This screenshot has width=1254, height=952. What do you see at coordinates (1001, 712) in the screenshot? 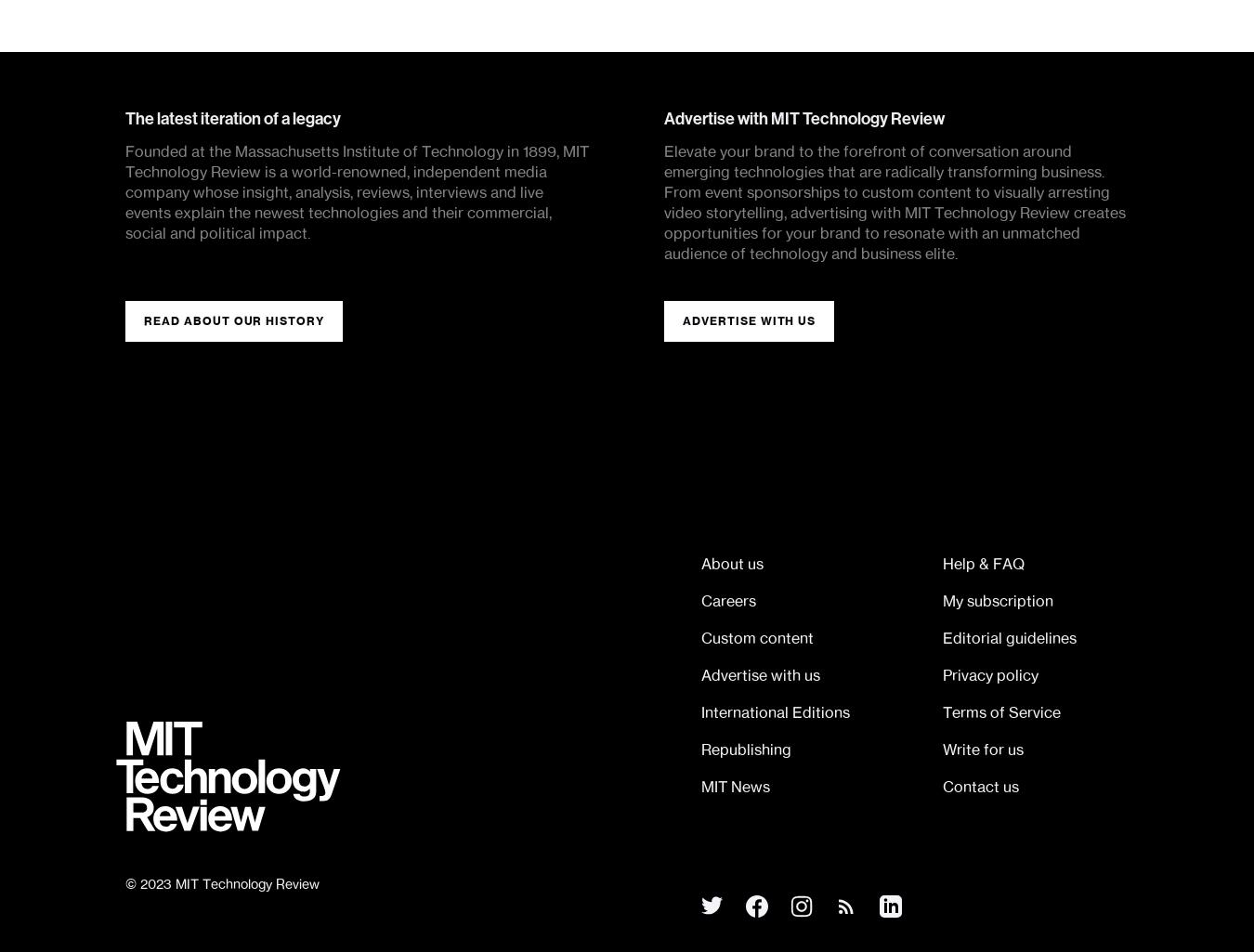
I see `'Terms of Service'` at bounding box center [1001, 712].